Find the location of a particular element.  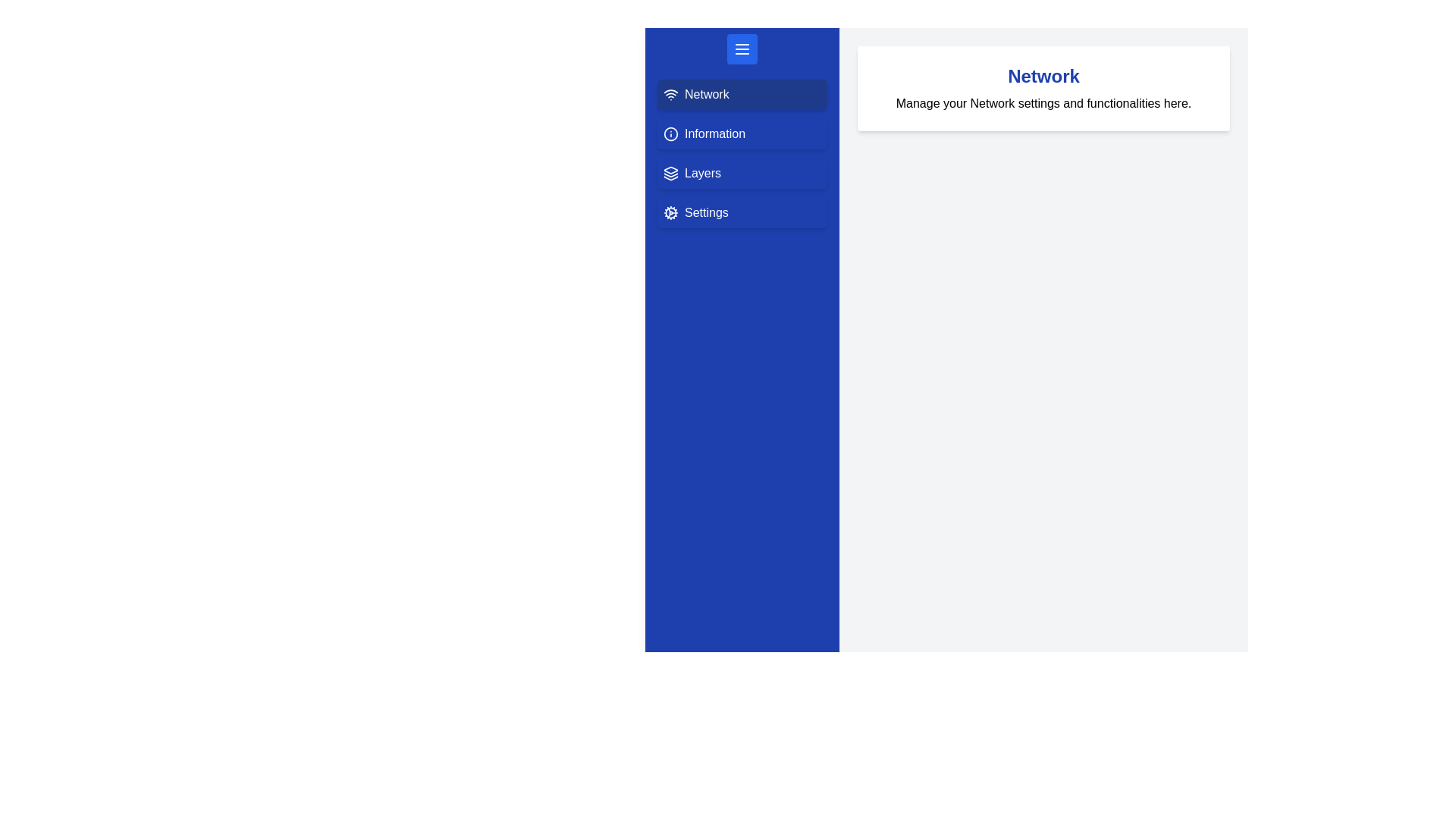

the menu option Network from the drawer is located at coordinates (742, 94).